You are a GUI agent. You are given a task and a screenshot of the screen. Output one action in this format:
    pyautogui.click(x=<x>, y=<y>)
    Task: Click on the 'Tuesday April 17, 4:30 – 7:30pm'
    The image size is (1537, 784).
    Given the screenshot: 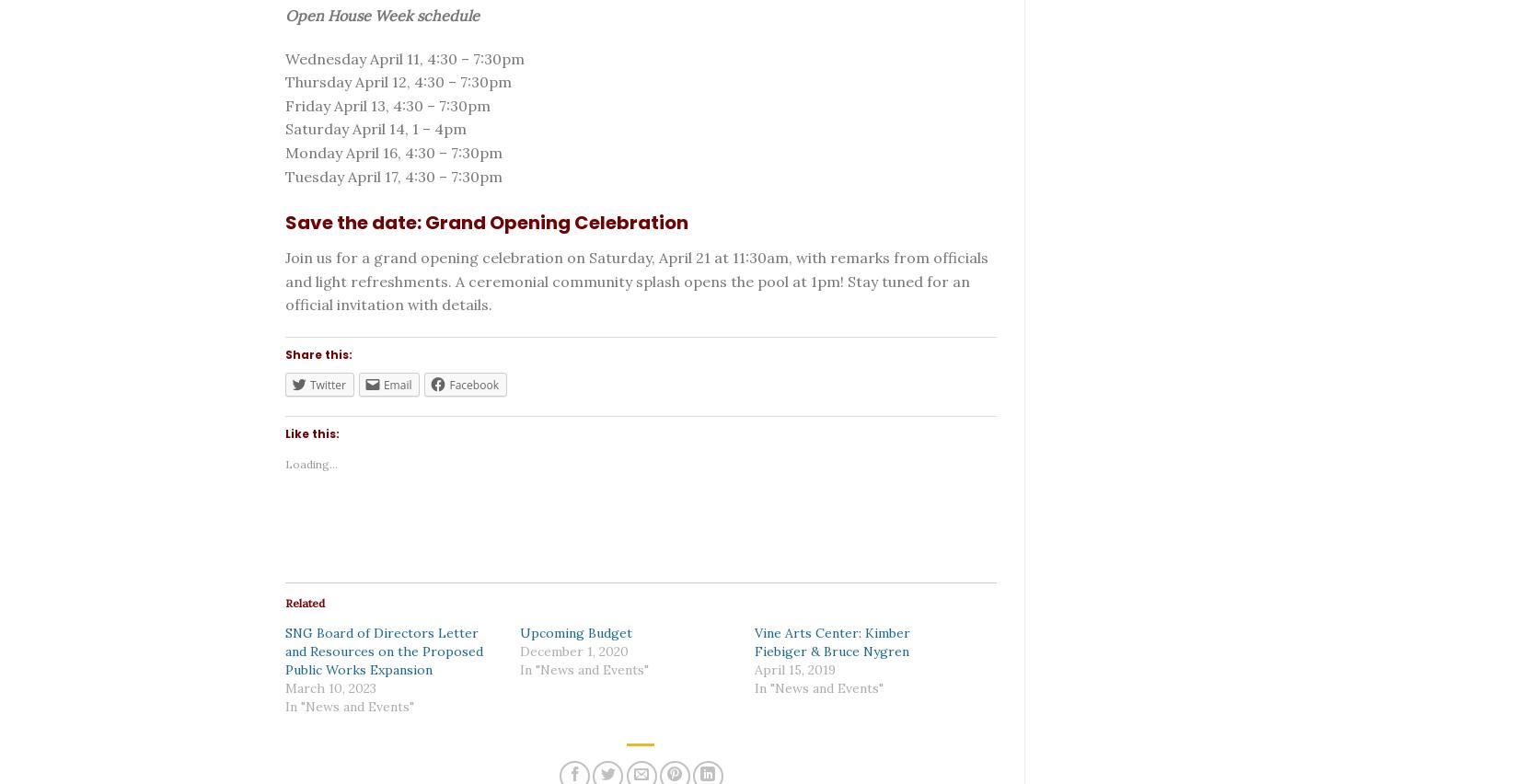 What is the action you would take?
    pyautogui.click(x=393, y=176)
    